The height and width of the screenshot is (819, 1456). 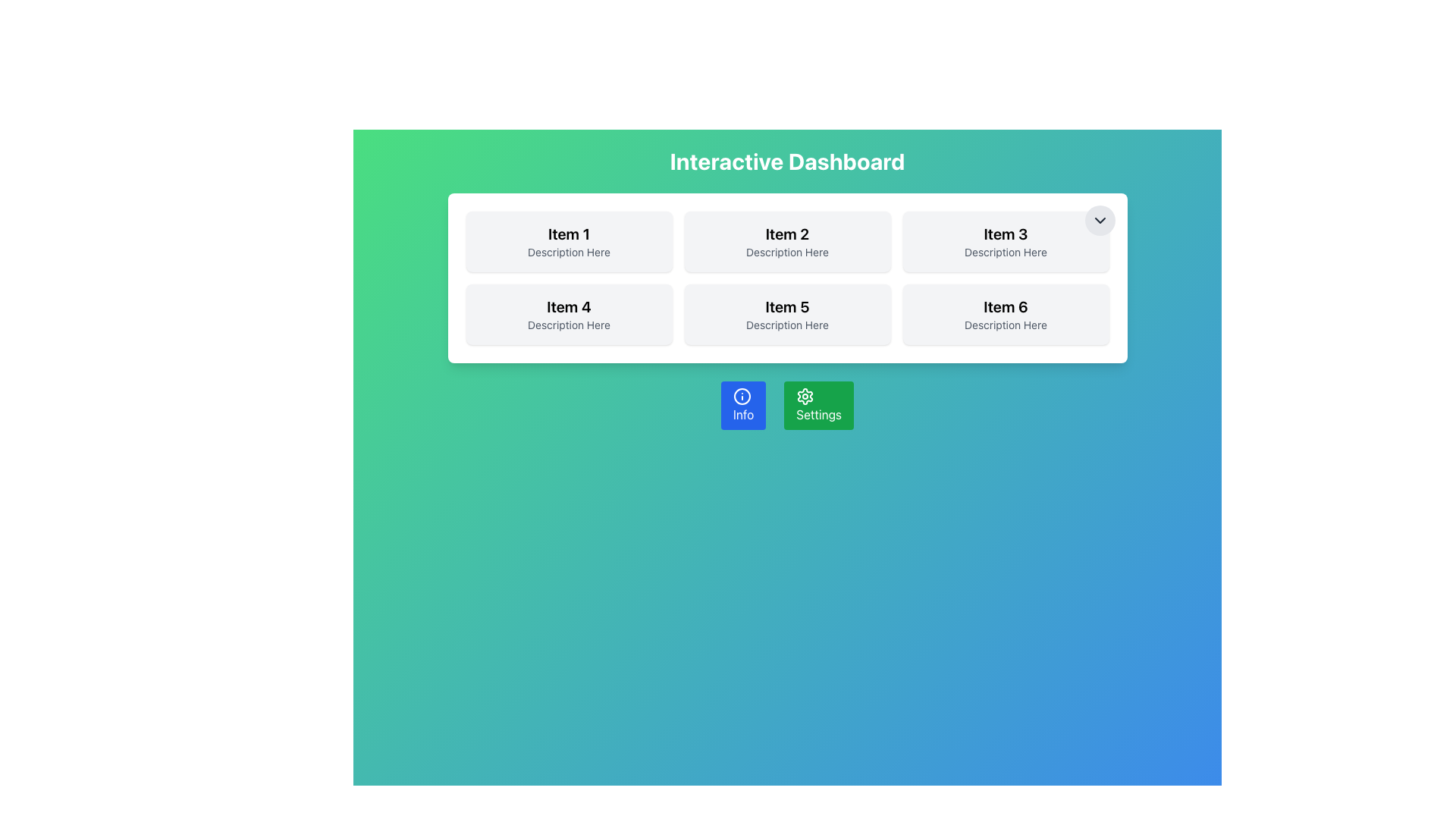 What do you see at coordinates (787, 241) in the screenshot?
I see `the second card in the grid layout containing the title 'Item 2' and the description 'Description Here'` at bounding box center [787, 241].